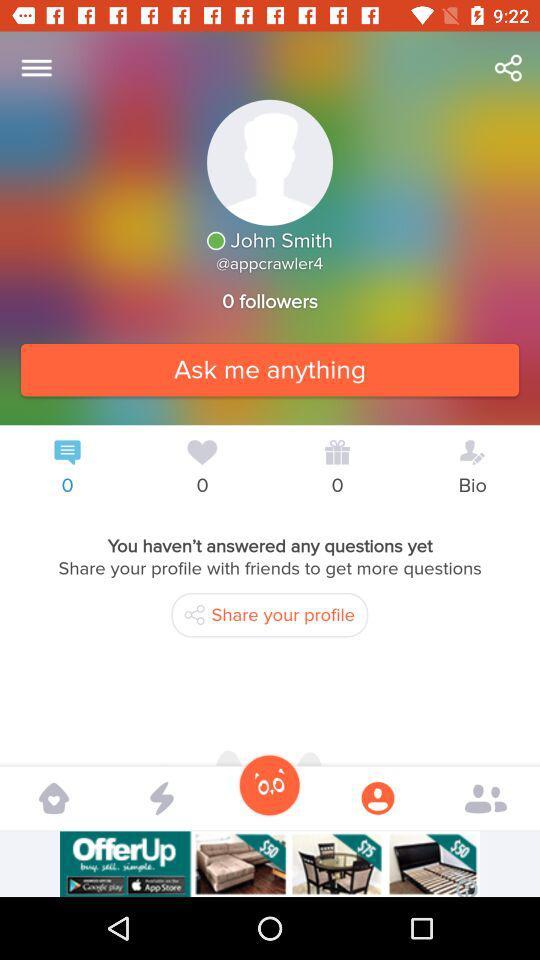 The width and height of the screenshot is (540, 960). What do you see at coordinates (269, 785) in the screenshot?
I see `the emoji icon` at bounding box center [269, 785].